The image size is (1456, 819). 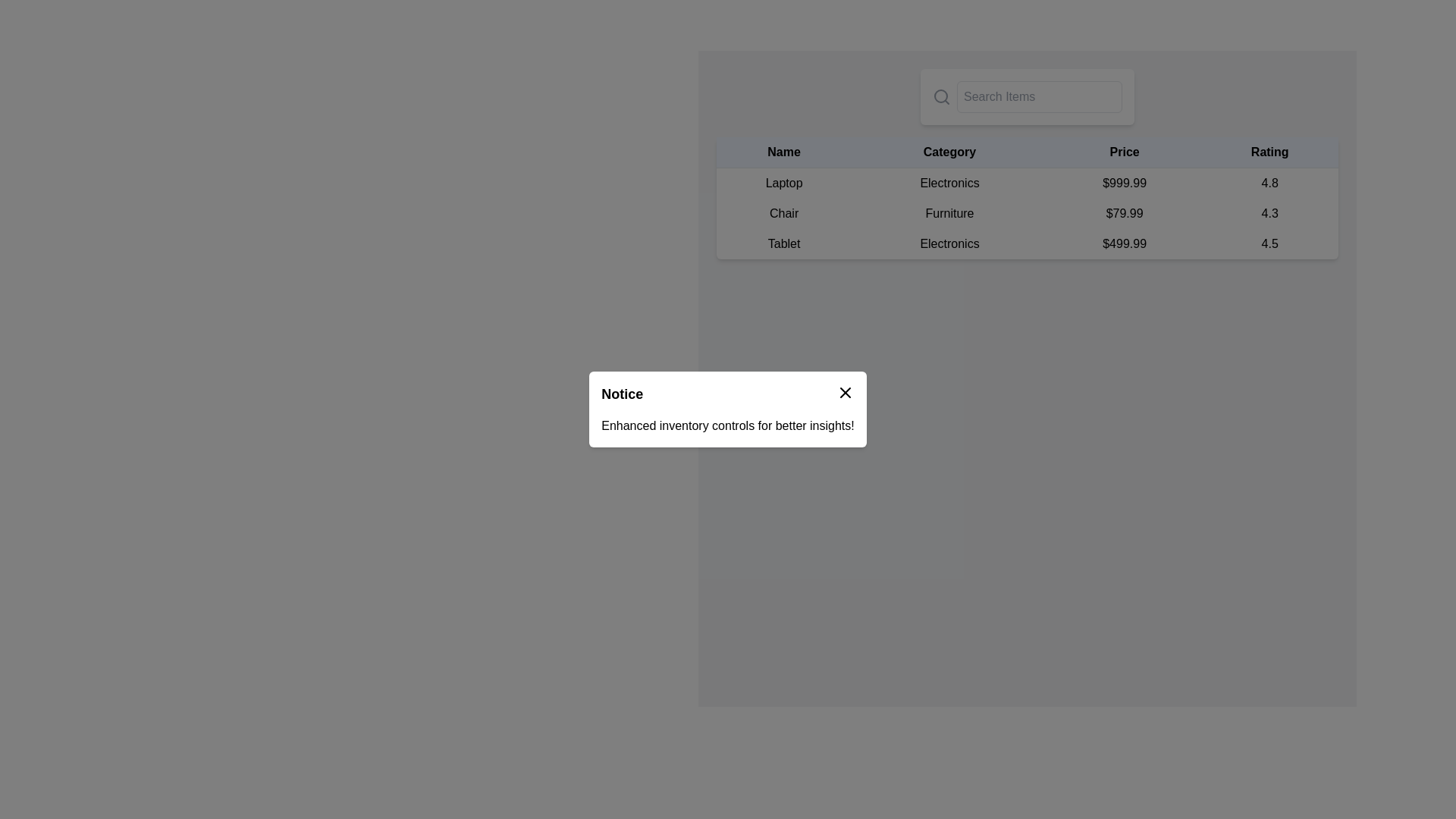 I want to click on the static text label that displays 'Electronics', located in the second cell under the 'Category' column of the row starting with 'Laptop', so click(x=949, y=182).